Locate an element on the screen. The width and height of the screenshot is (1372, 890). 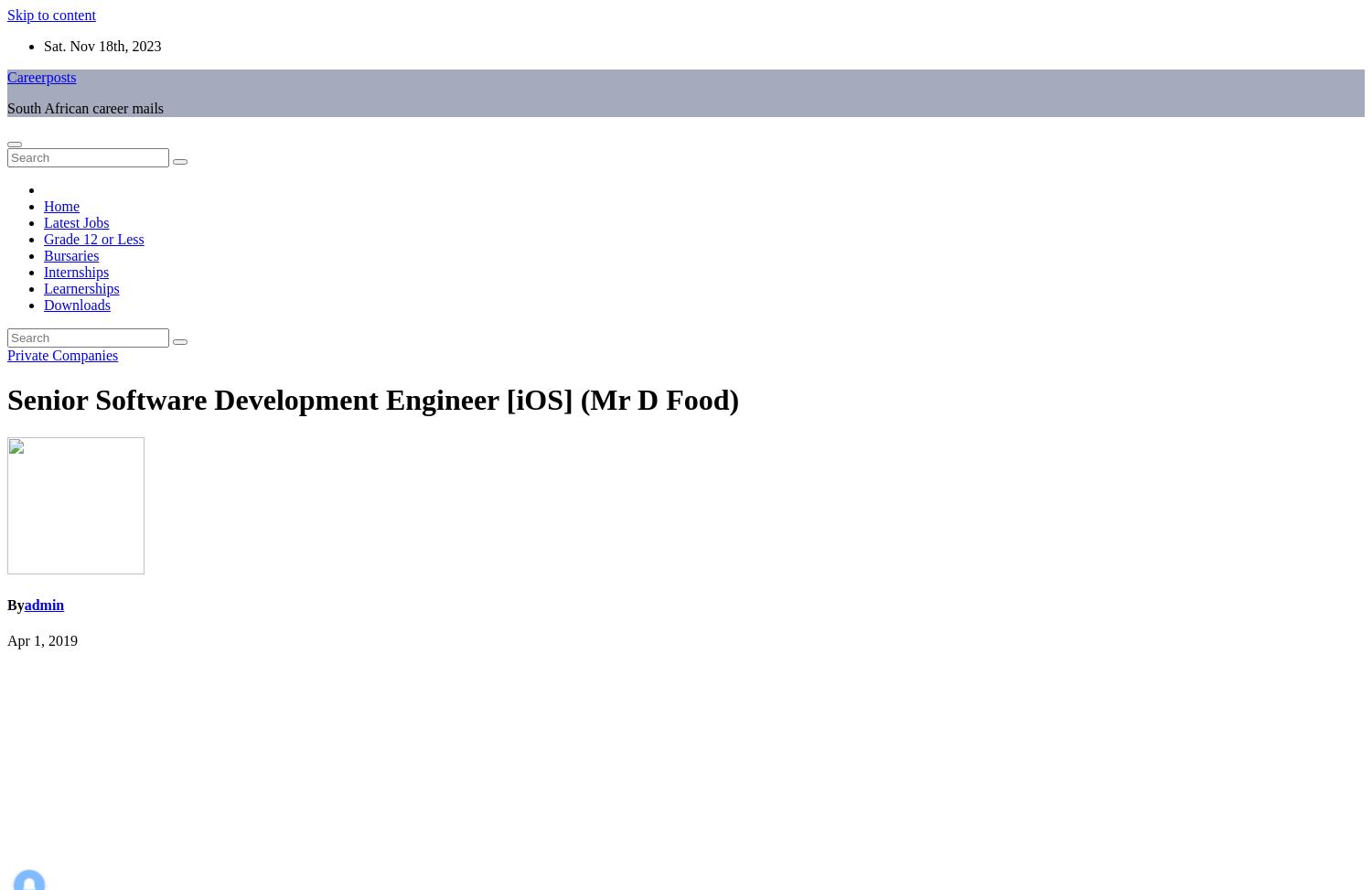
'Sat. Nov 18th, 2023' is located at coordinates (102, 46).